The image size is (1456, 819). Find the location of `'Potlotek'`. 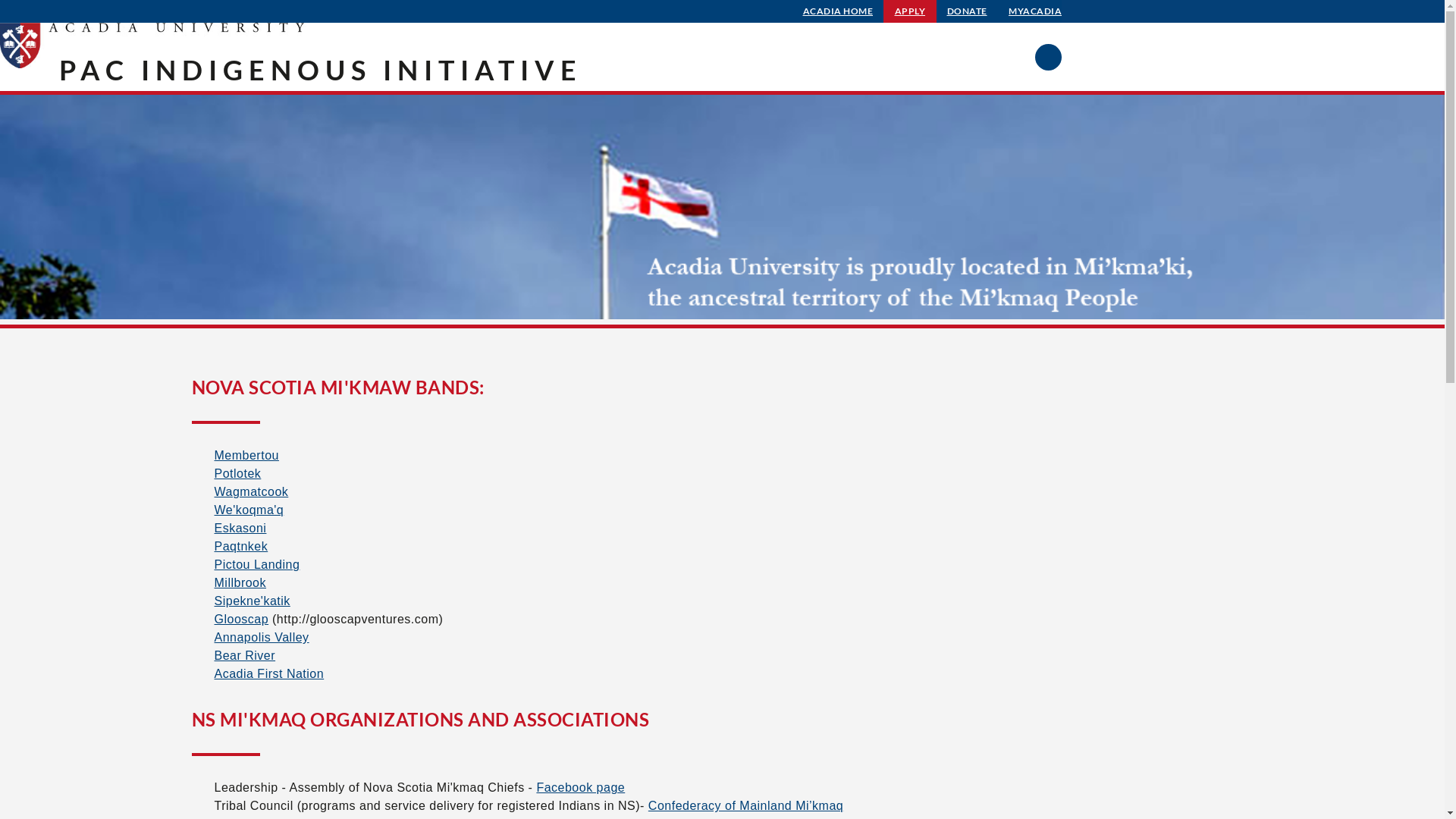

'Potlotek' is located at coordinates (236, 472).